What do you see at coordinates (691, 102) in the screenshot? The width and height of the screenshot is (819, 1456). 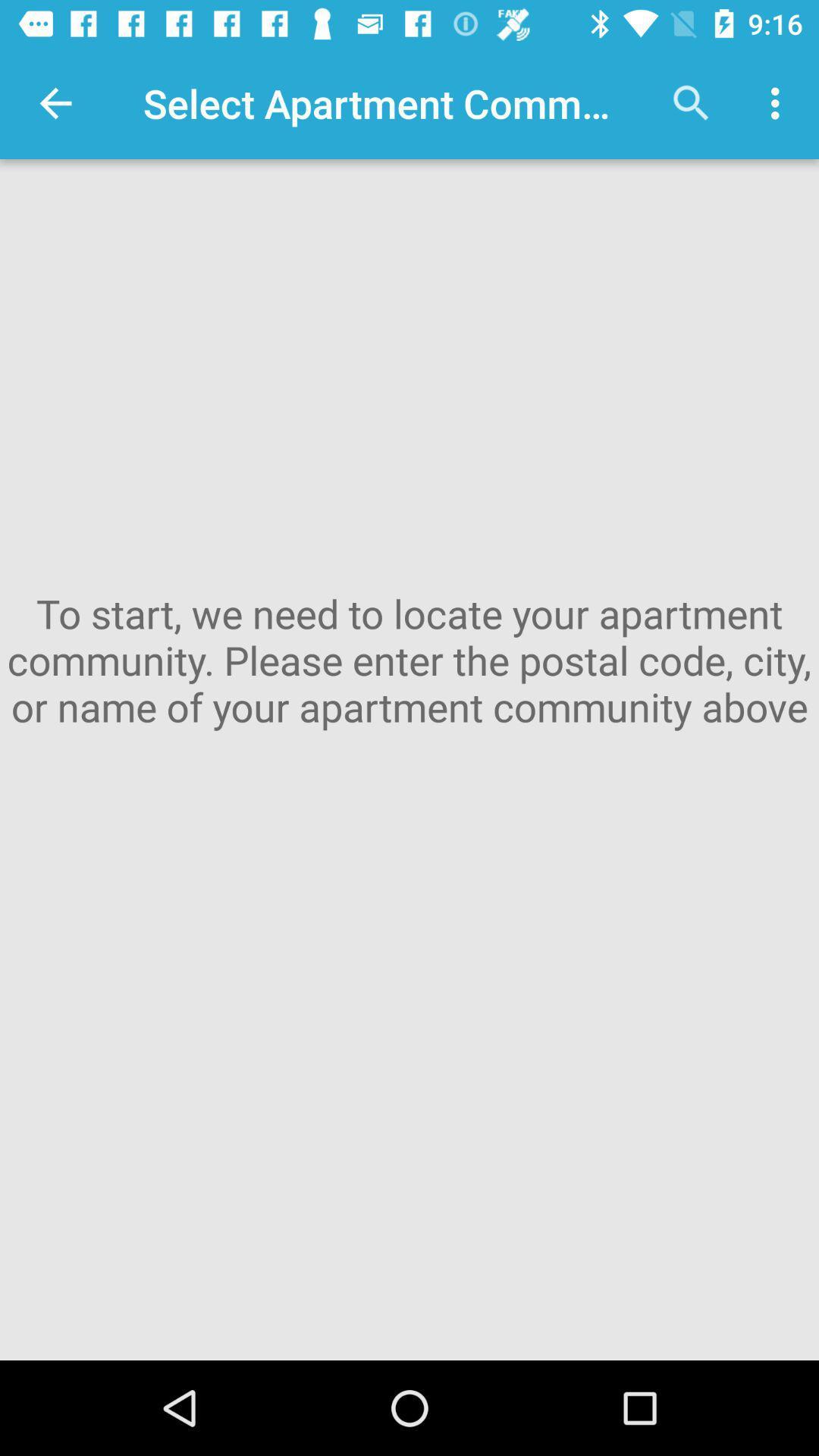 I see `icon to the right of the select apartment community app` at bounding box center [691, 102].